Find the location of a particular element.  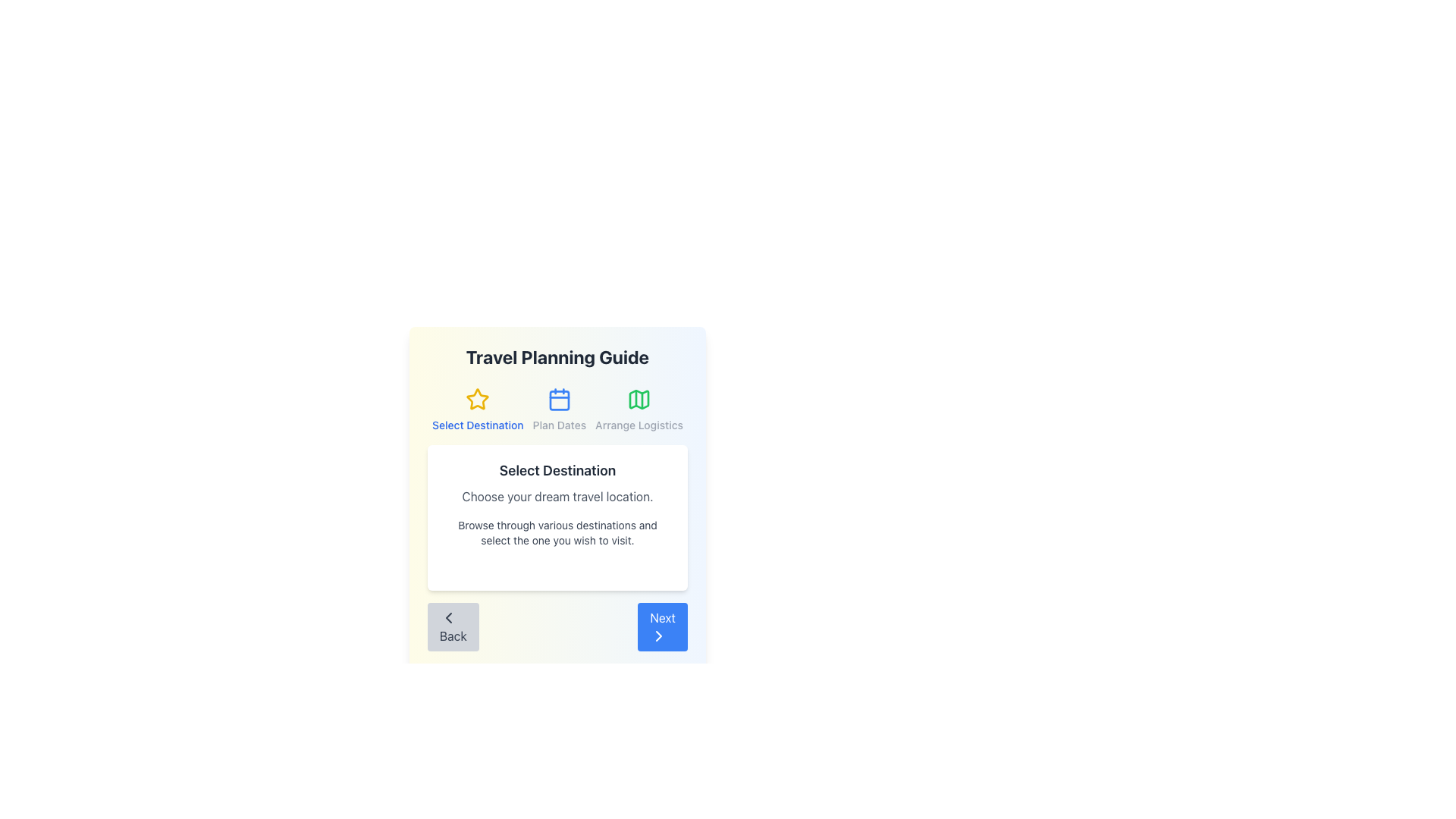

the icon that represents the first destination step in the Travel Planning Guide panel, located above the text labeled 'Select Destination' is located at coordinates (476, 397).